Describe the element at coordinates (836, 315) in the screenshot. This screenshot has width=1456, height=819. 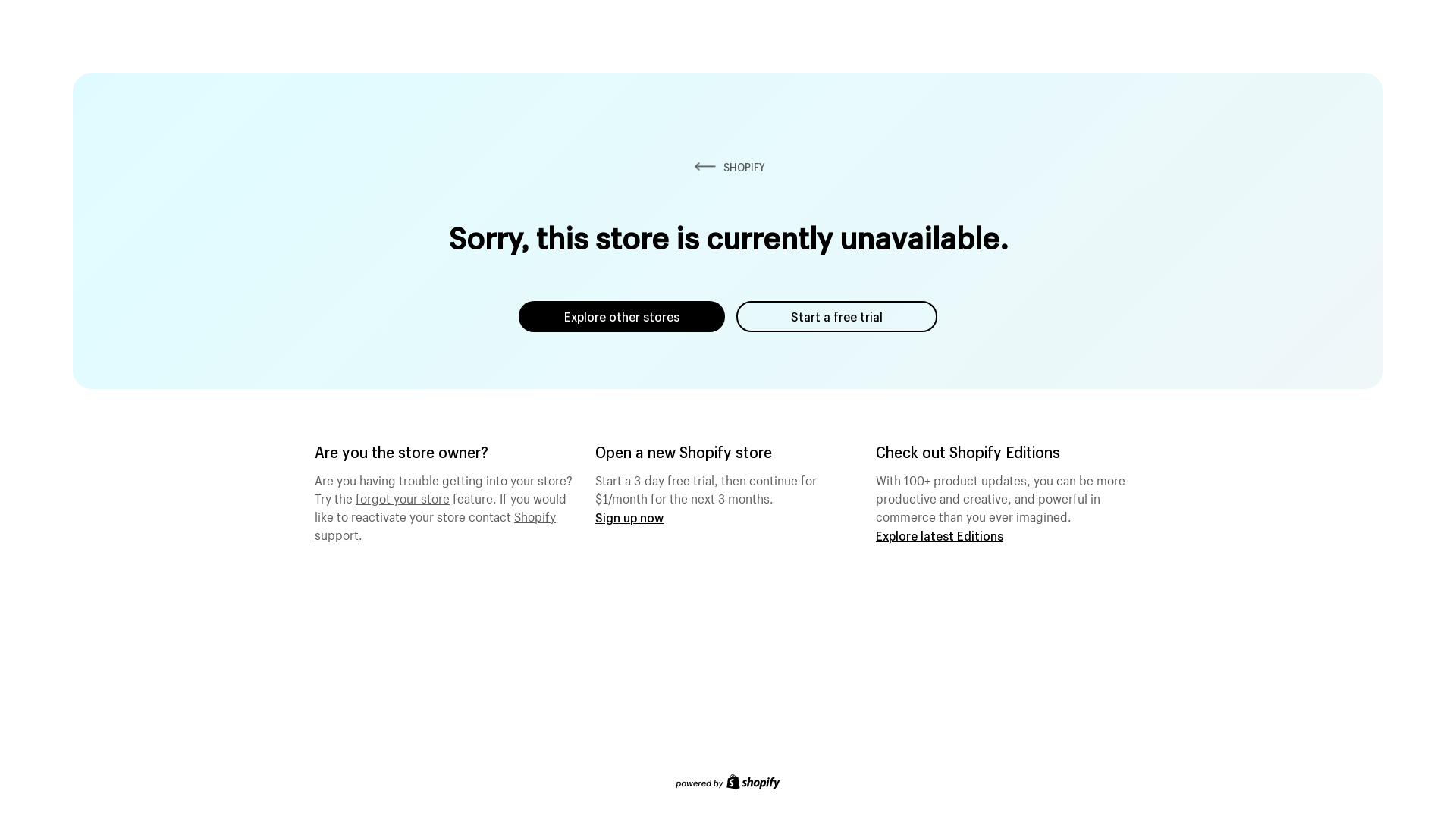
I see `'Start a free trial'` at that location.